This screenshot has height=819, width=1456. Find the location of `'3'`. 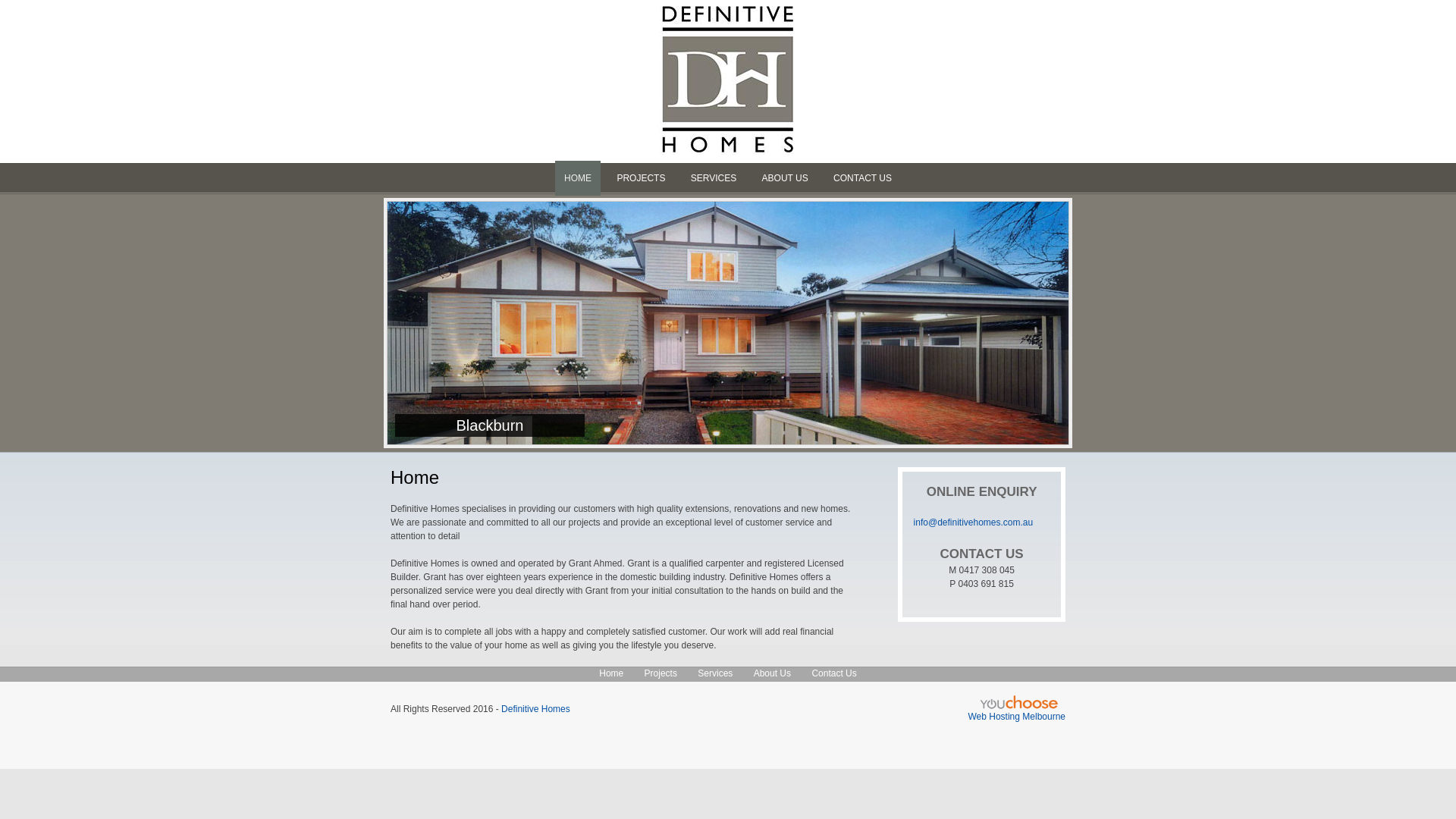

'3' is located at coordinates (726, 213).